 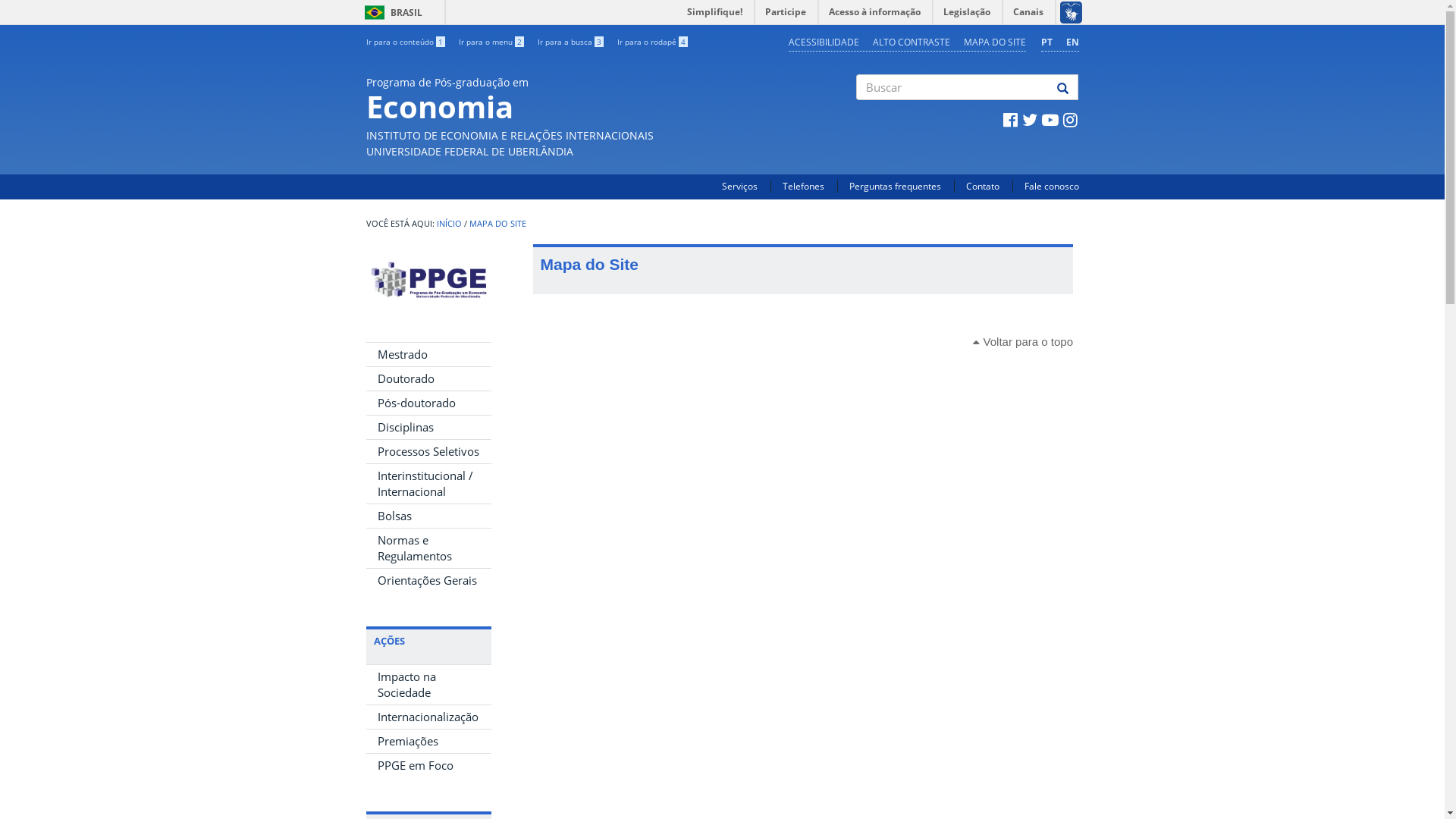 I want to click on 'Interinstitucional / Internacional', so click(x=427, y=483).